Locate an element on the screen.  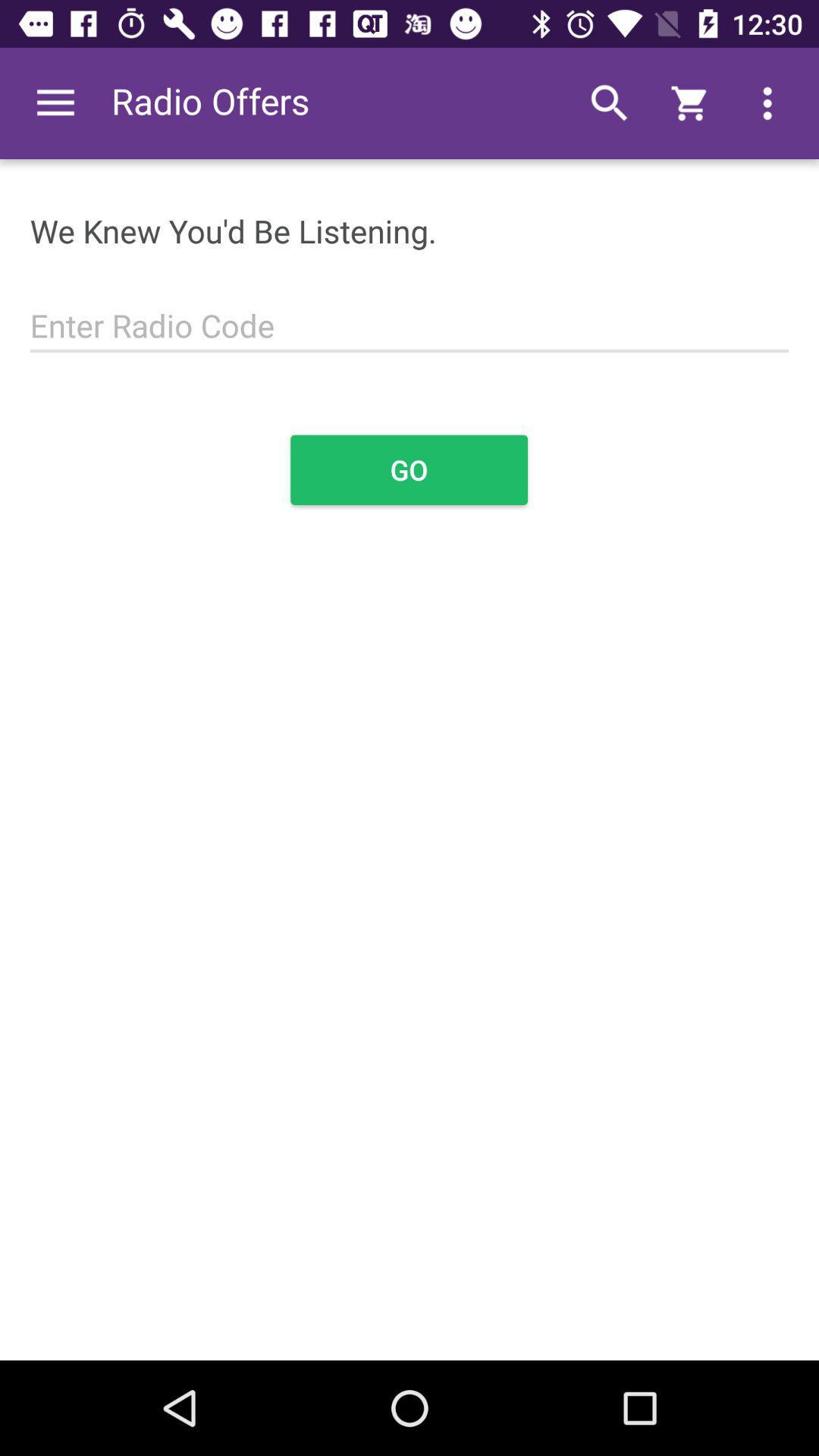
the item above the we knew you item is located at coordinates (55, 102).